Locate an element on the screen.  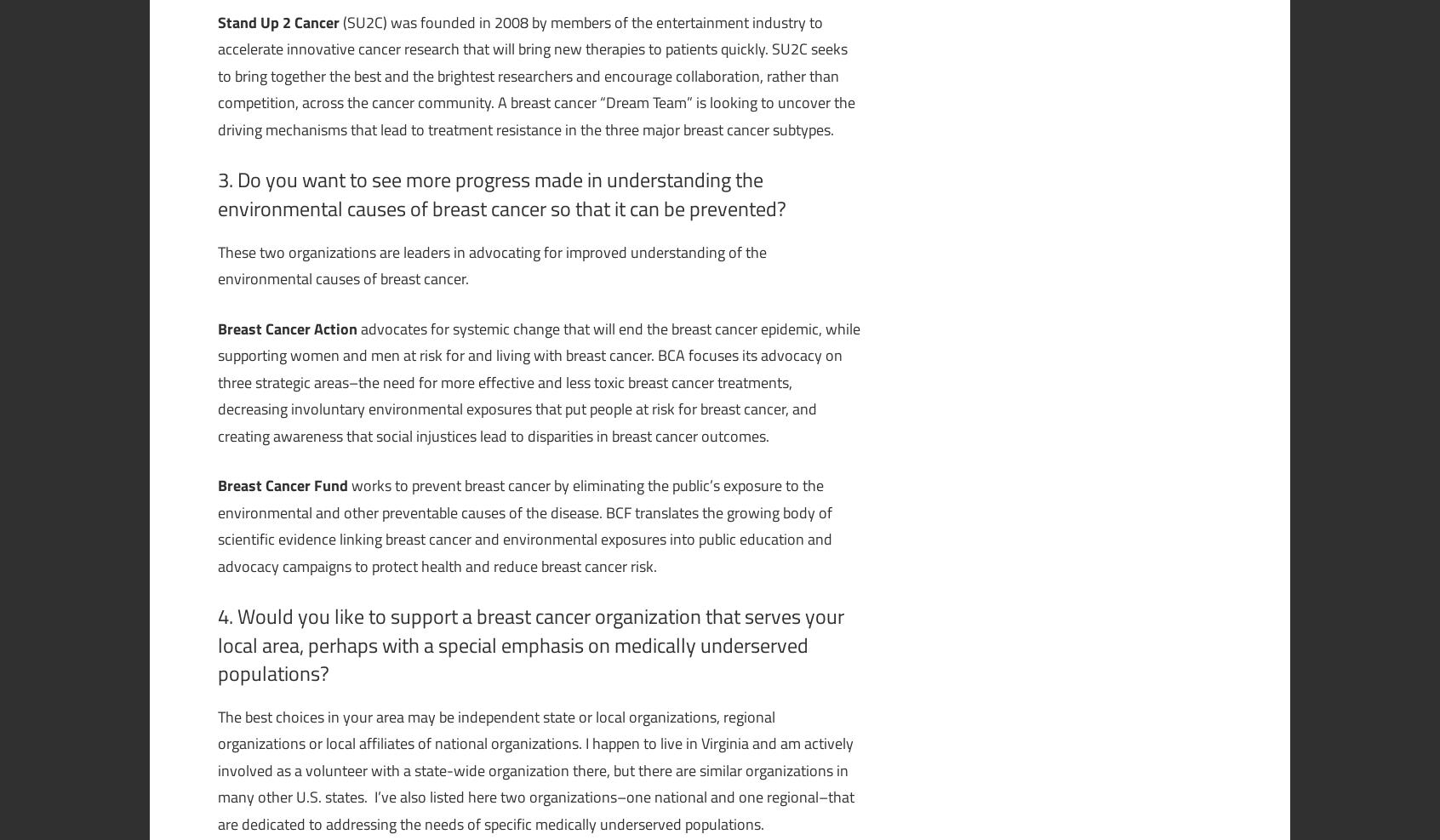
'works to prevent breast cancer by eliminating the public’s exposure to the environmental and other preventable causes of the disease. BCF translates the growing body of scientific evidence linking breast cancer and environmental exposures into public education and advocacy campaigns to protect health and reduce breast cancer risk.' is located at coordinates (524, 524).